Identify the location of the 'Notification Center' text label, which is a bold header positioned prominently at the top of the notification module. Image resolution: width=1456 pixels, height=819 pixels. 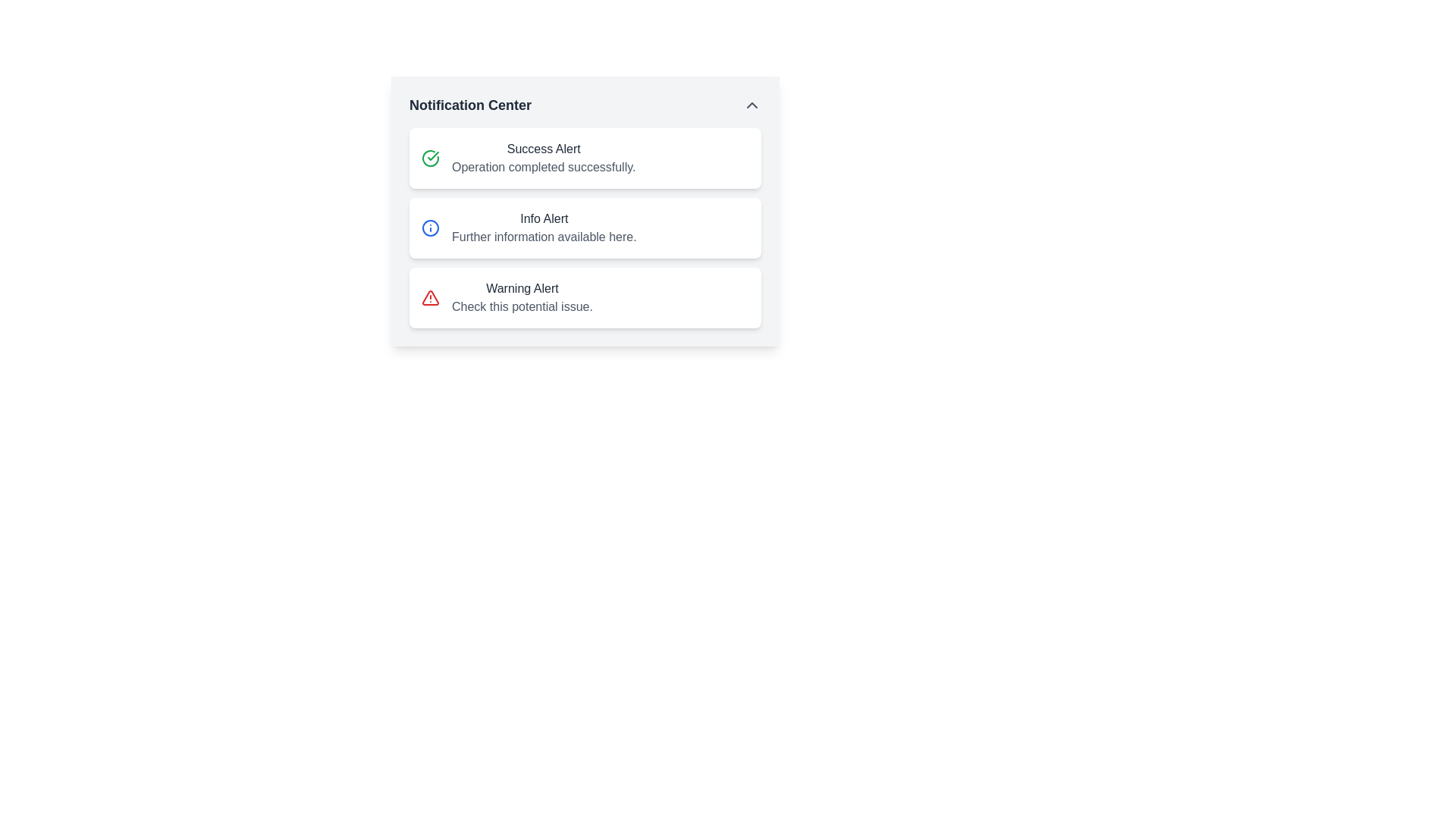
(469, 104).